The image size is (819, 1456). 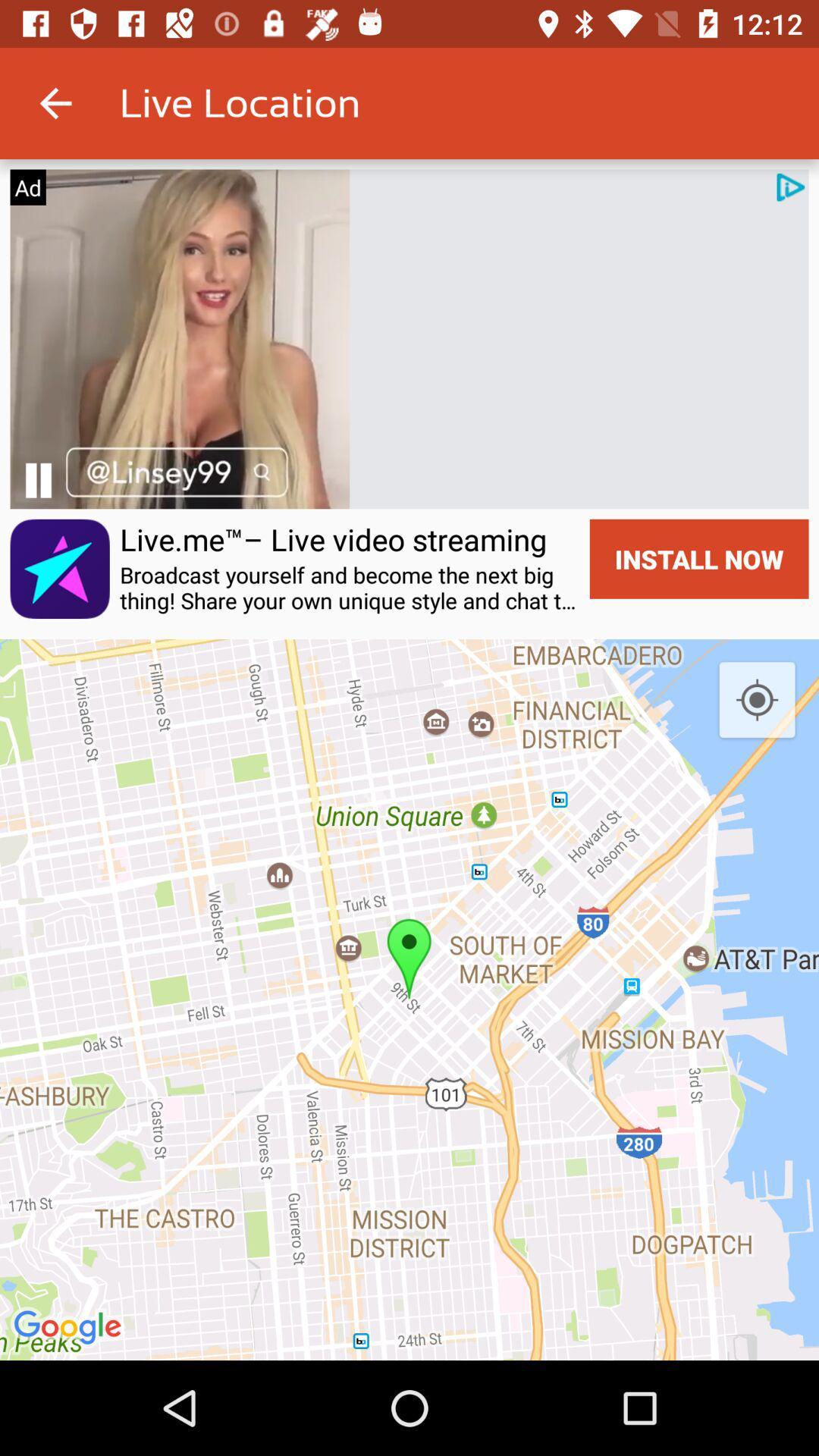 What do you see at coordinates (699, 558) in the screenshot?
I see `item next to the broadcast yourself and item` at bounding box center [699, 558].